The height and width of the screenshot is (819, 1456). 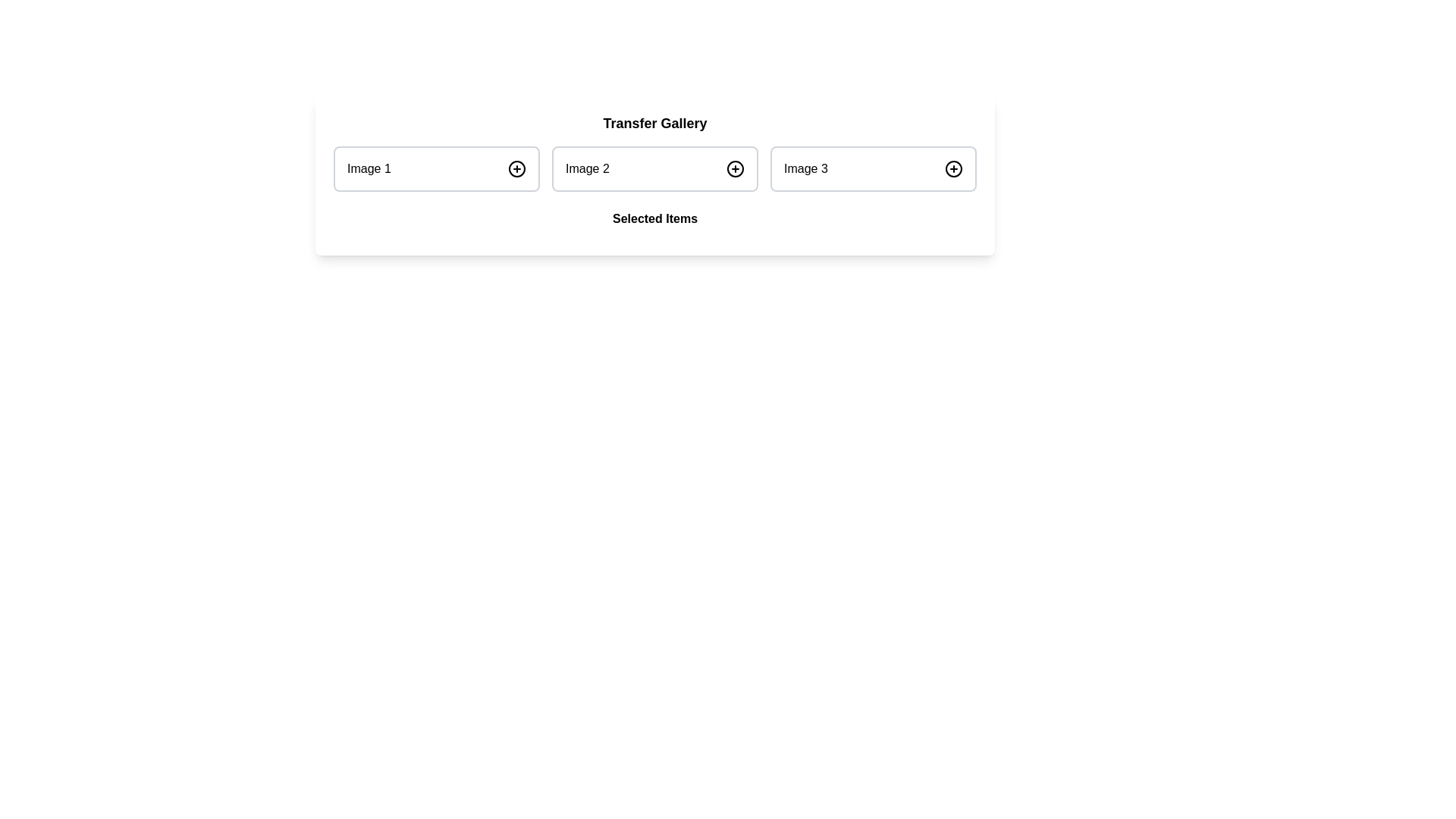 What do you see at coordinates (952, 169) in the screenshot?
I see `the circular button with a plus sign, located to the right of the 'Image 3' label` at bounding box center [952, 169].